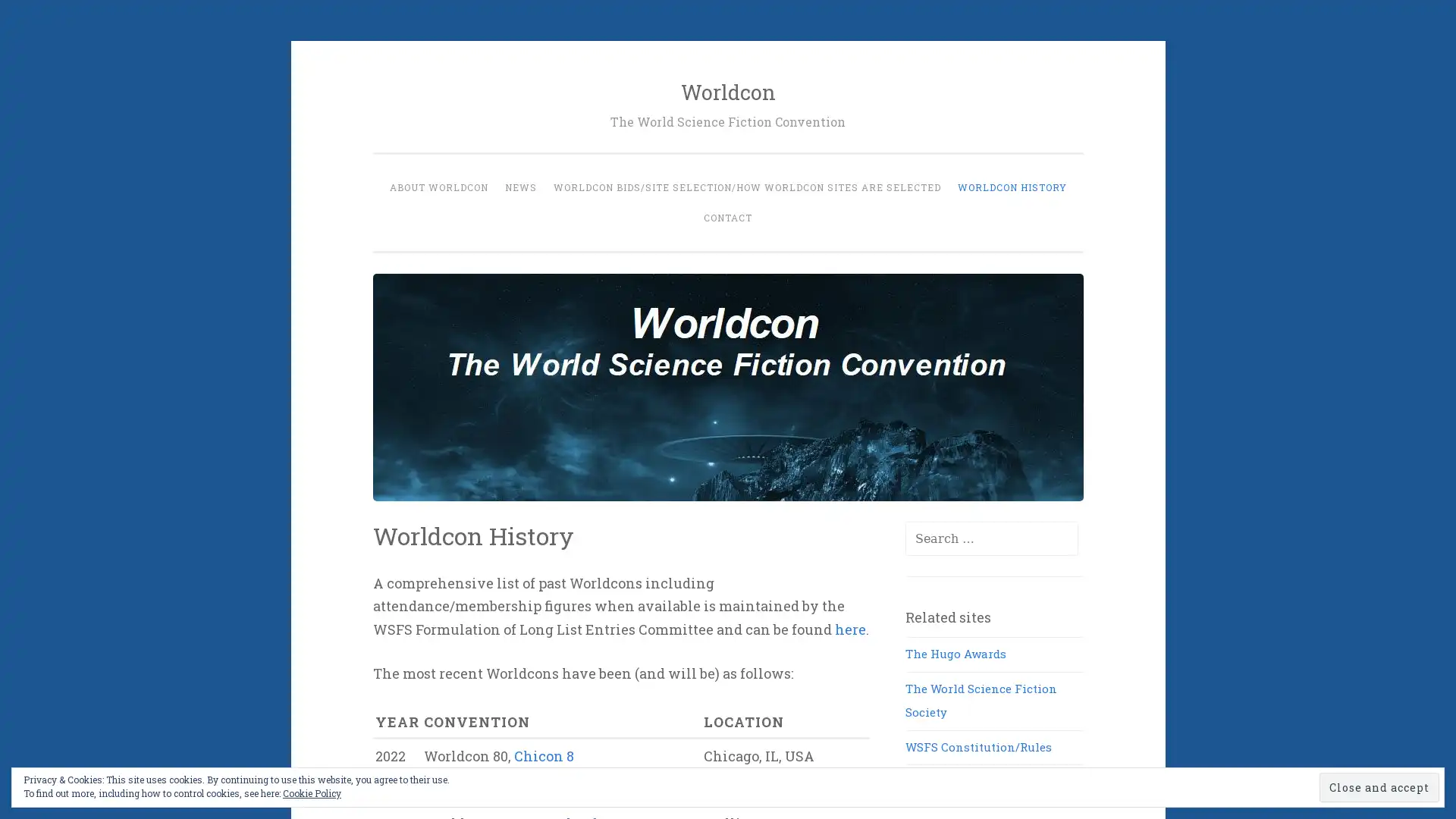 The height and width of the screenshot is (819, 1456). I want to click on Close and accept, so click(1379, 786).